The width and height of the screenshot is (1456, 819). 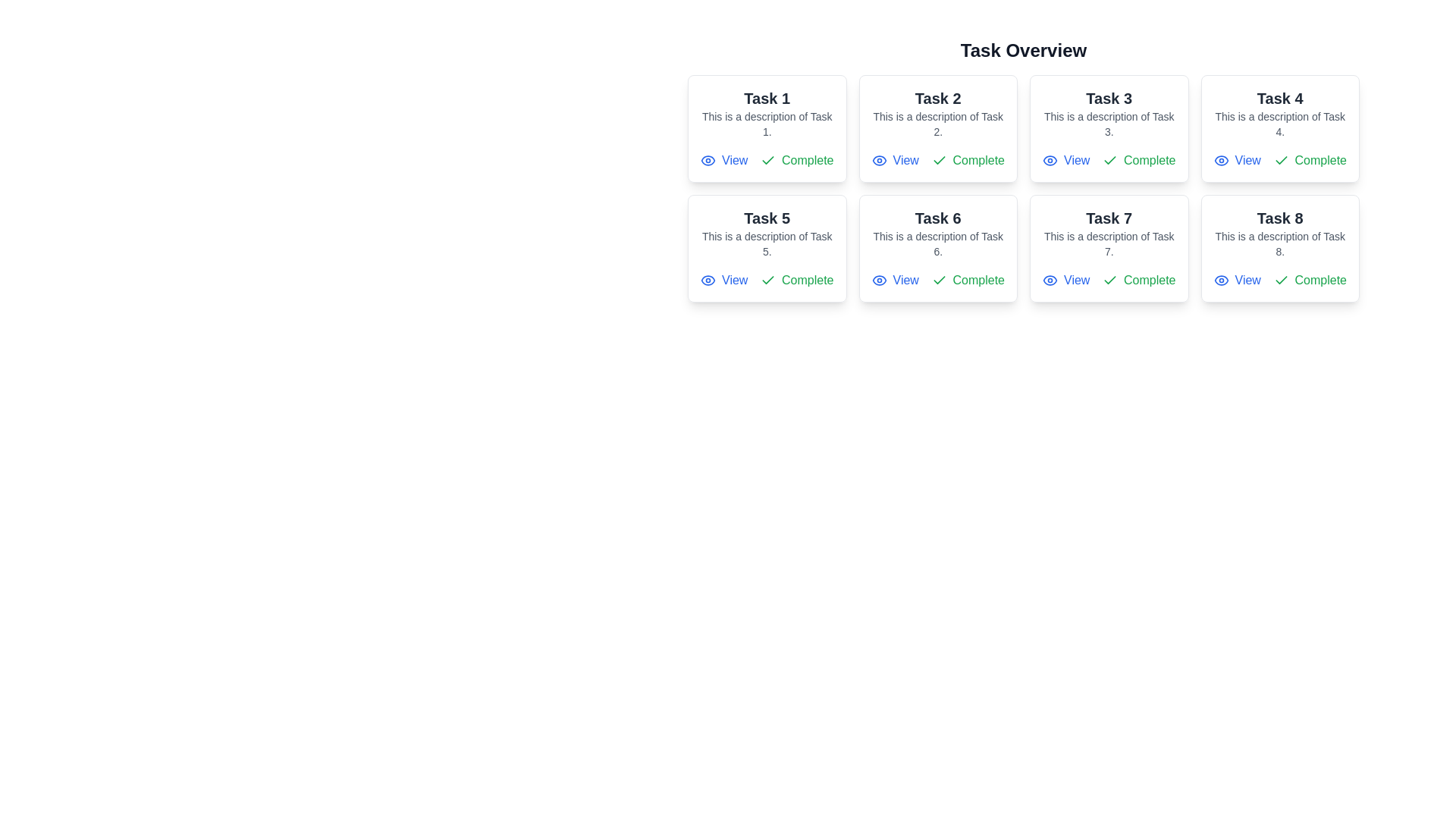 What do you see at coordinates (1221, 161) in the screenshot?
I see `the 'View' icon located in the top-right corner of the fourth task card, positioned to the left of the clickable text 'View'` at bounding box center [1221, 161].